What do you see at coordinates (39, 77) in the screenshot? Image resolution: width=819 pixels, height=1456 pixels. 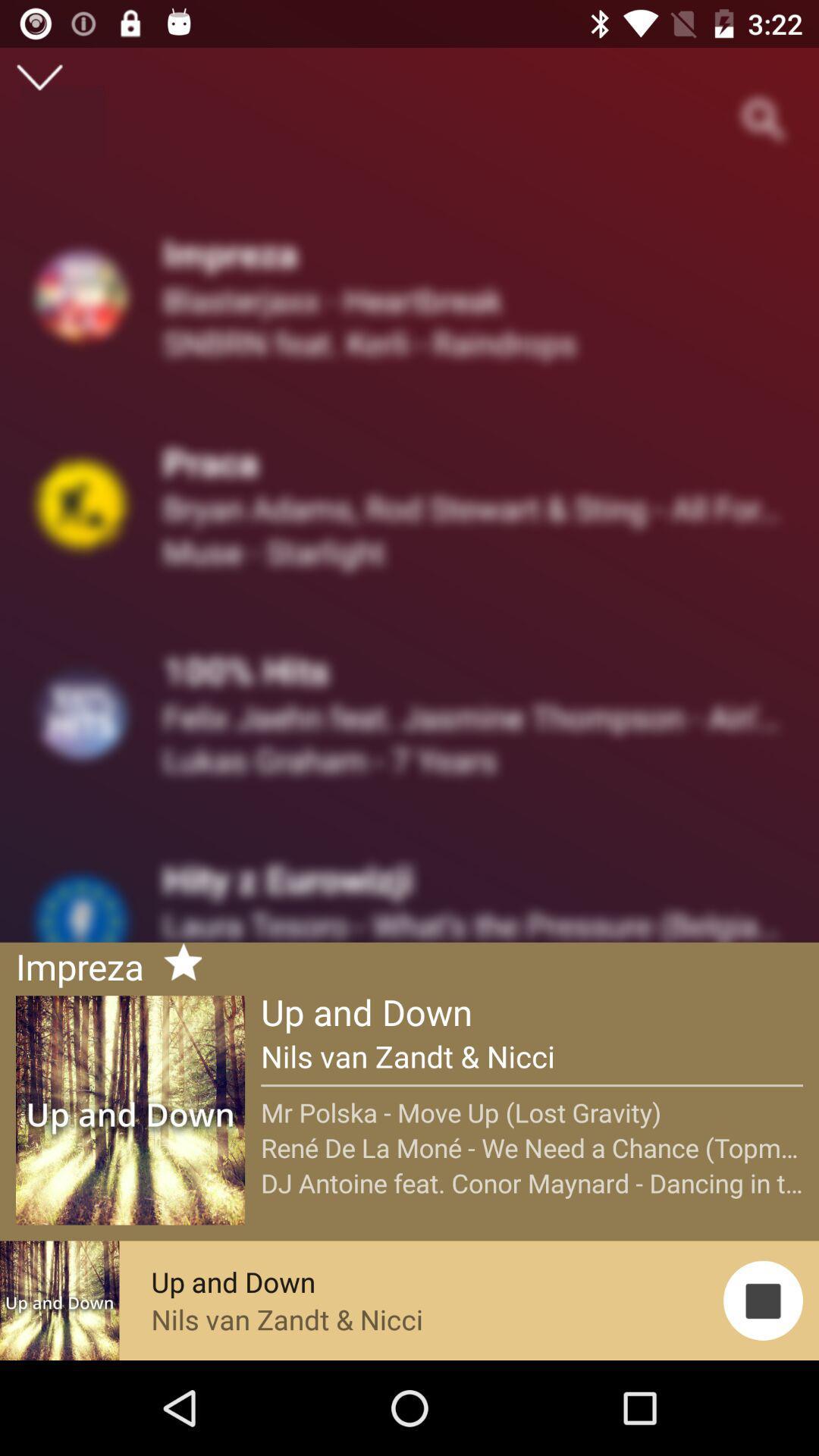 I see `lower page` at bounding box center [39, 77].